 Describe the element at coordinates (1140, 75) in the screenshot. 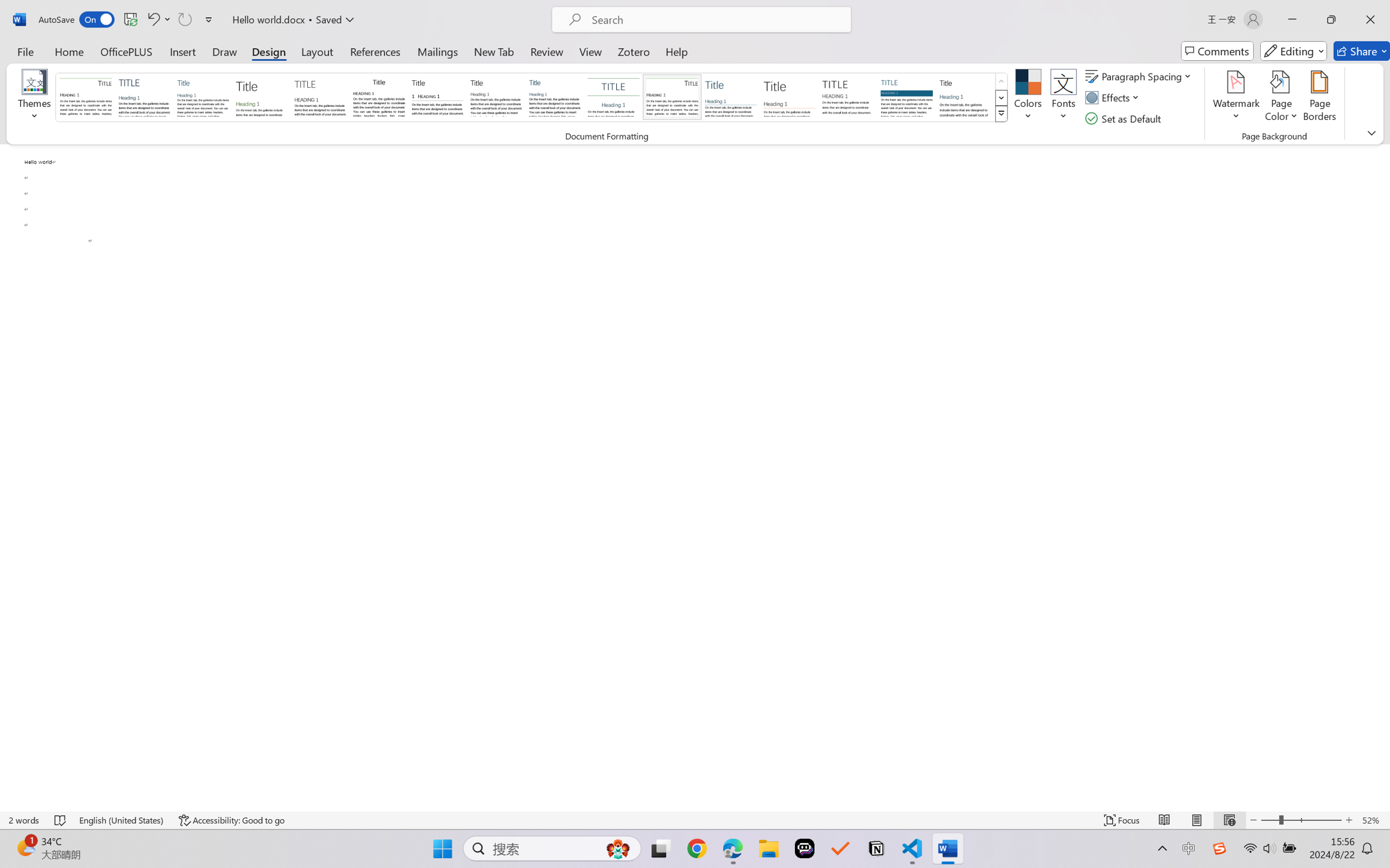

I see `'Paragraph Spacing'` at that location.